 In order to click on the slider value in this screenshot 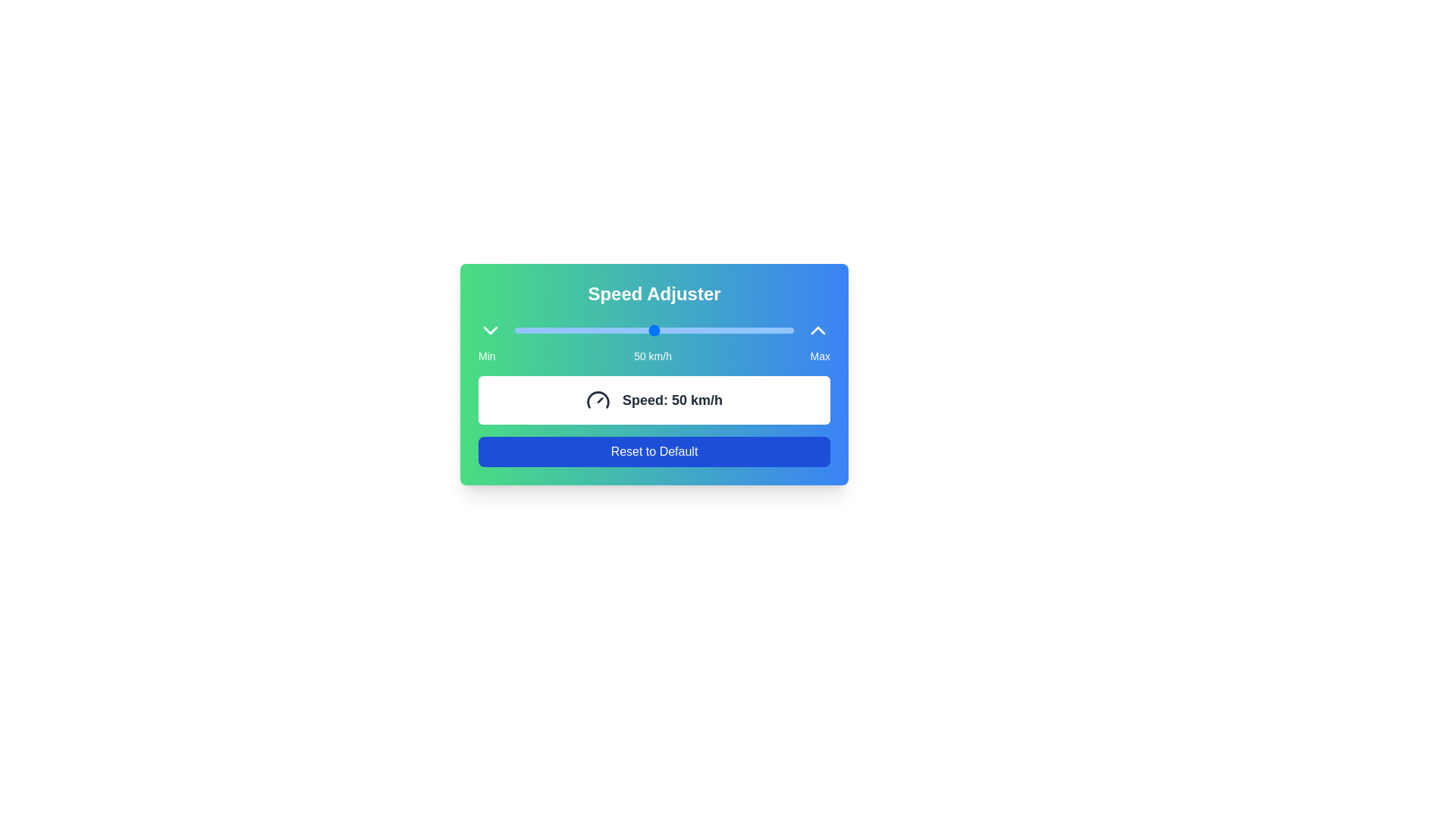, I will do `click(704, 329)`.